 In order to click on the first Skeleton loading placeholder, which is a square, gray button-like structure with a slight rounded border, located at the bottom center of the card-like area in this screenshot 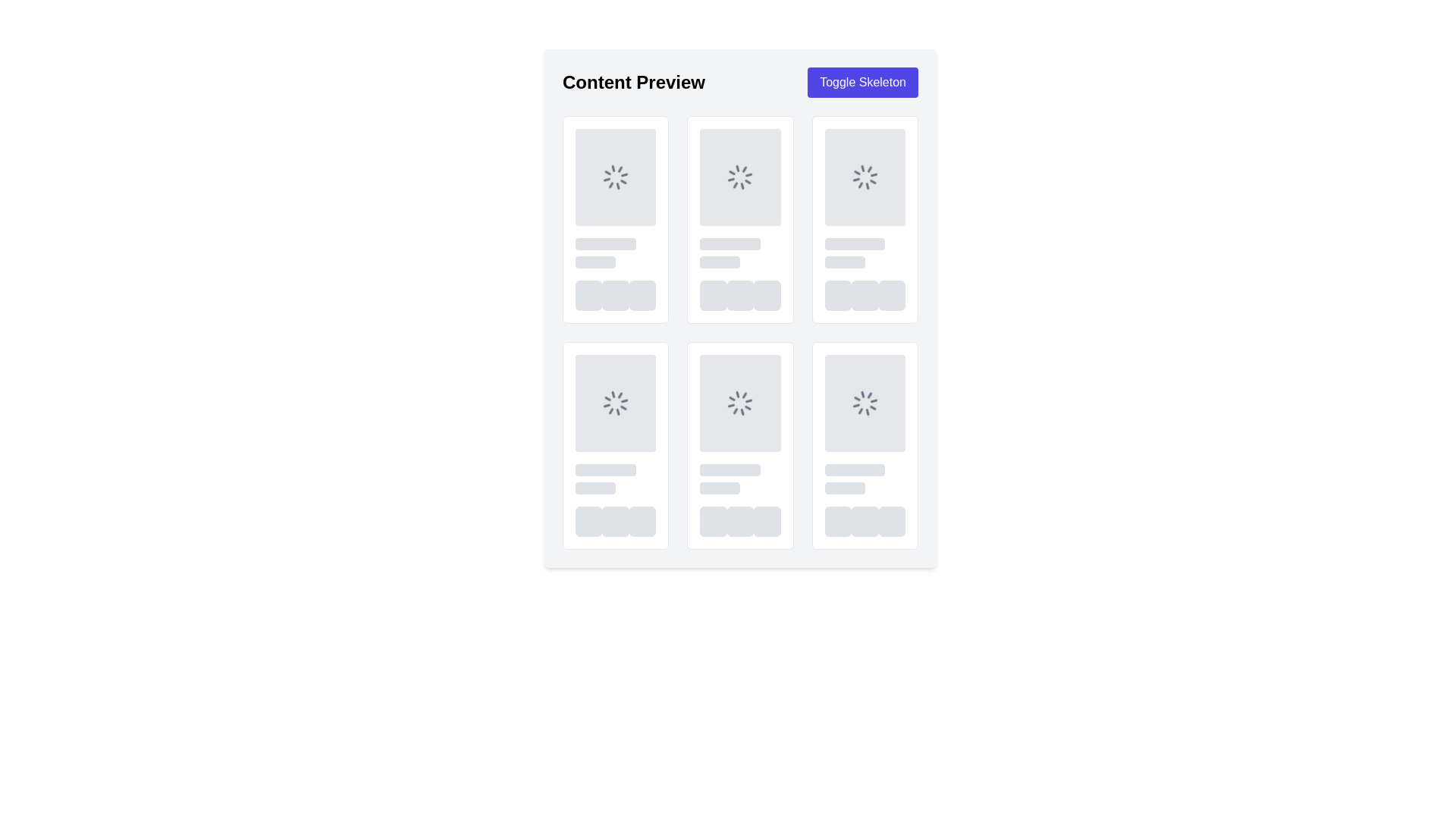, I will do `click(712, 520)`.